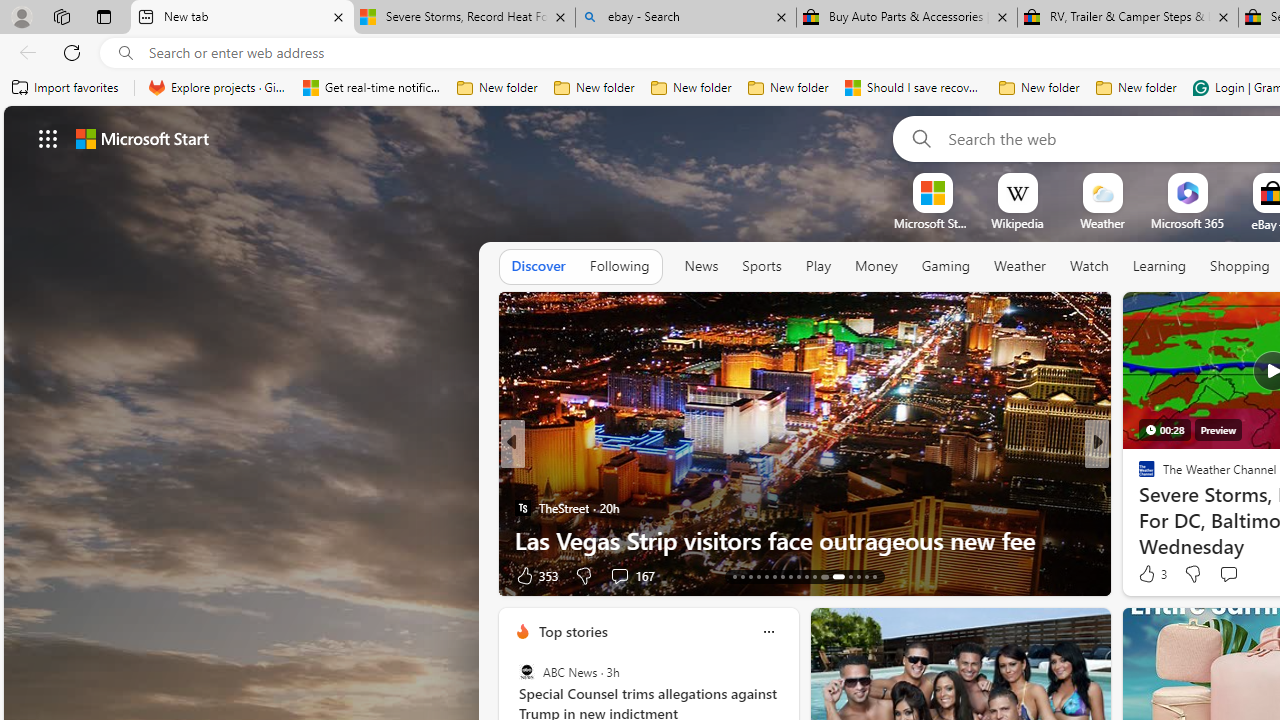  I want to click on 'Learning', so click(1159, 266).